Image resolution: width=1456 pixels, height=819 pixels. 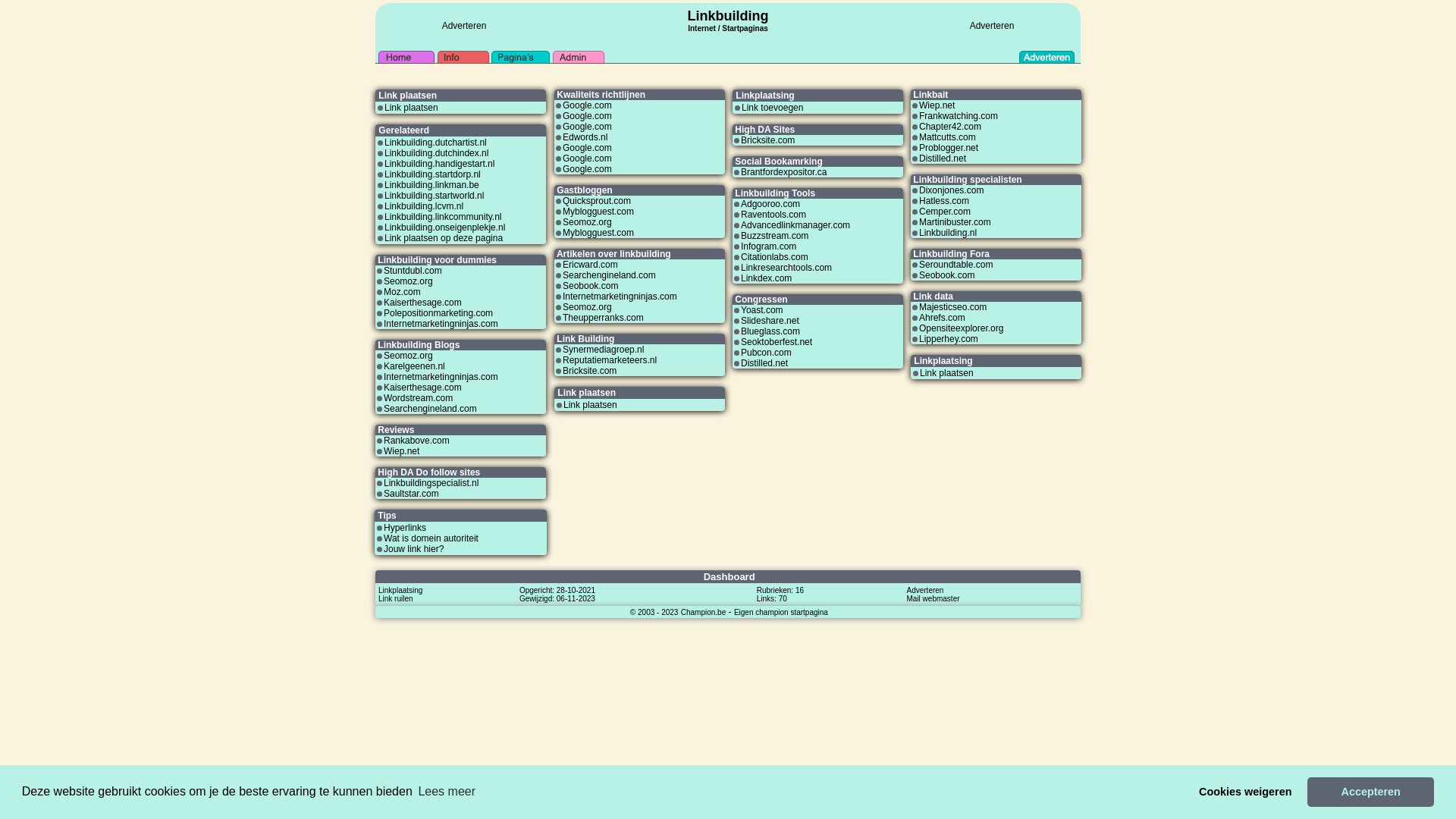 I want to click on 'Link plaatsen', so click(x=384, y=107).